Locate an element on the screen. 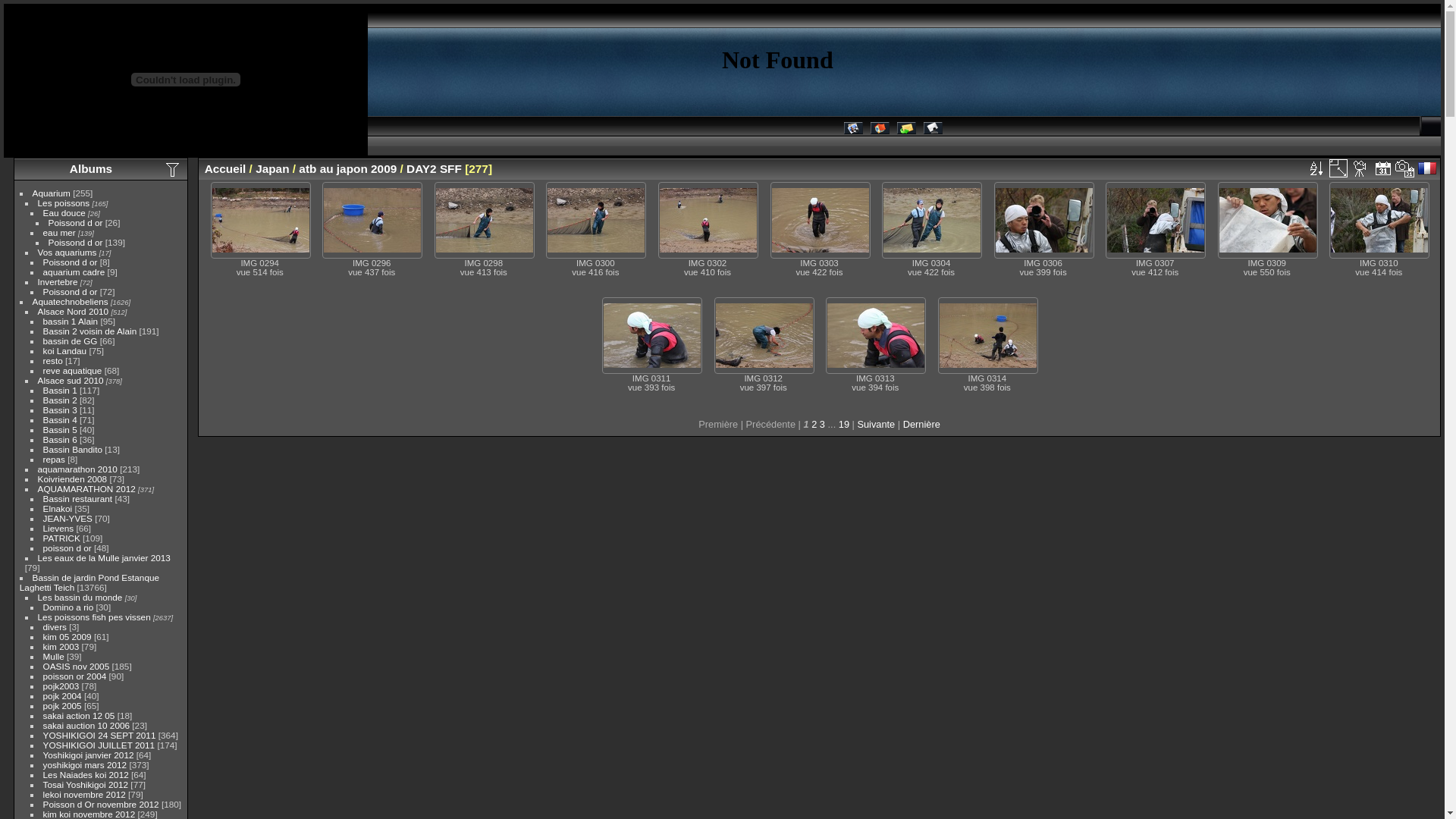 This screenshot has height=819, width=1456. 'AQUAMARATHON 2012' is located at coordinates (86, 488).